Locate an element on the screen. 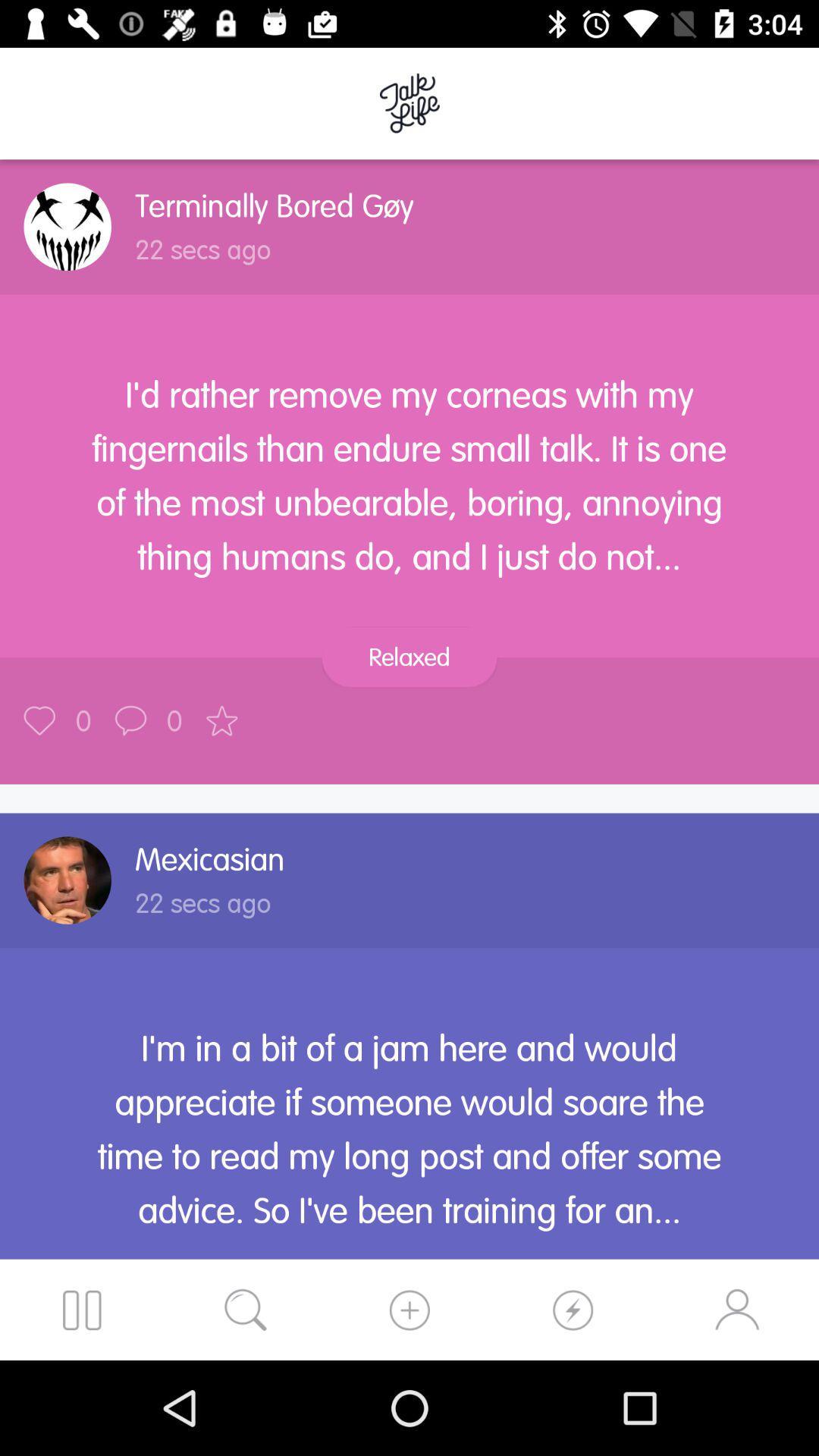 This screenshot has width=819, height=1456. crazy scary cartoon smily face is located at coordinates (67, 226).